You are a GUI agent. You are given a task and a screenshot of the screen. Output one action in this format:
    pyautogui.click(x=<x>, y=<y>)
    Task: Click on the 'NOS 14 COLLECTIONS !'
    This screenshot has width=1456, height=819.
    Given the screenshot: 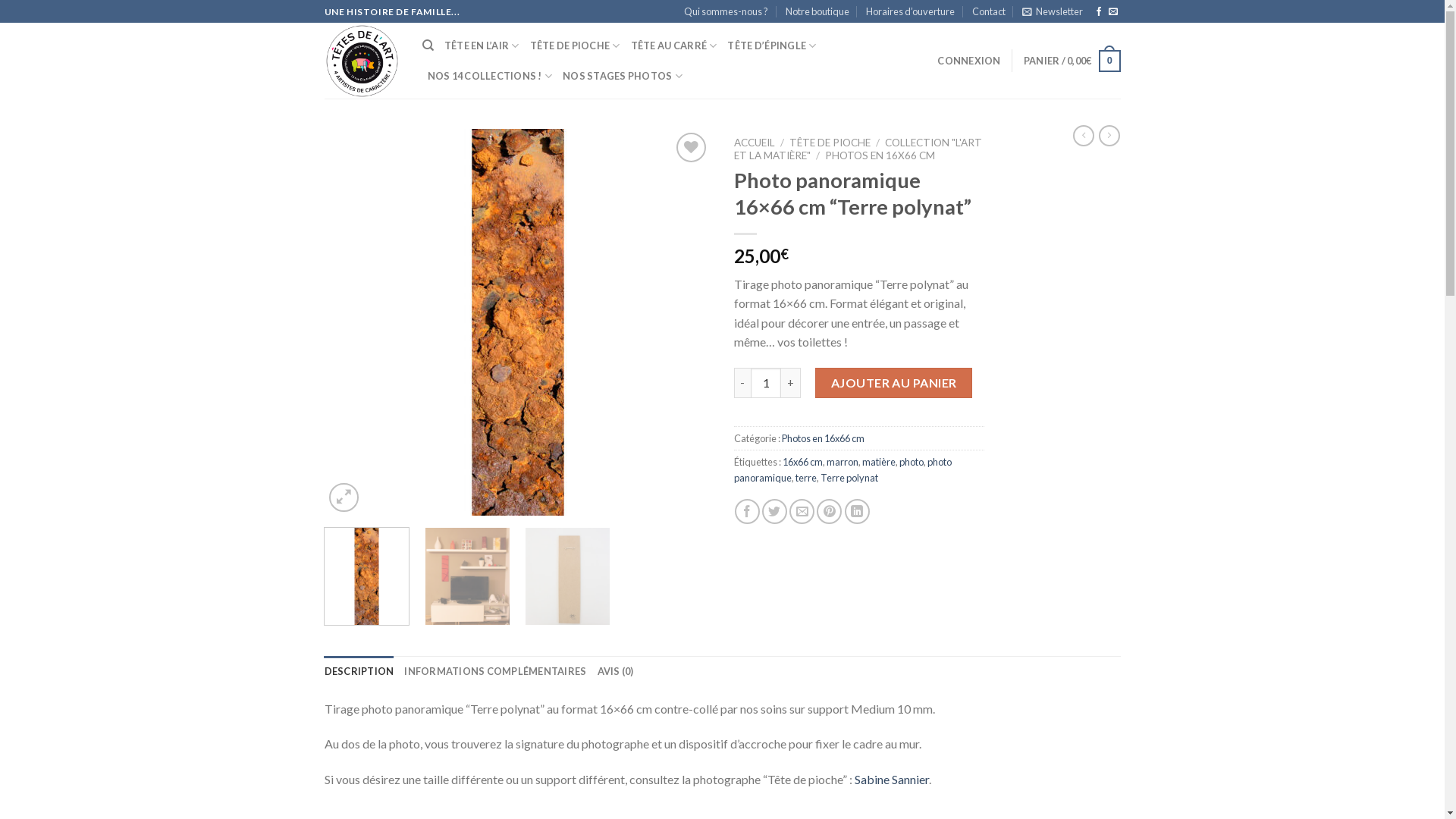 What is the action you would take?
    pyautogui.click(x=490, y=76)
    